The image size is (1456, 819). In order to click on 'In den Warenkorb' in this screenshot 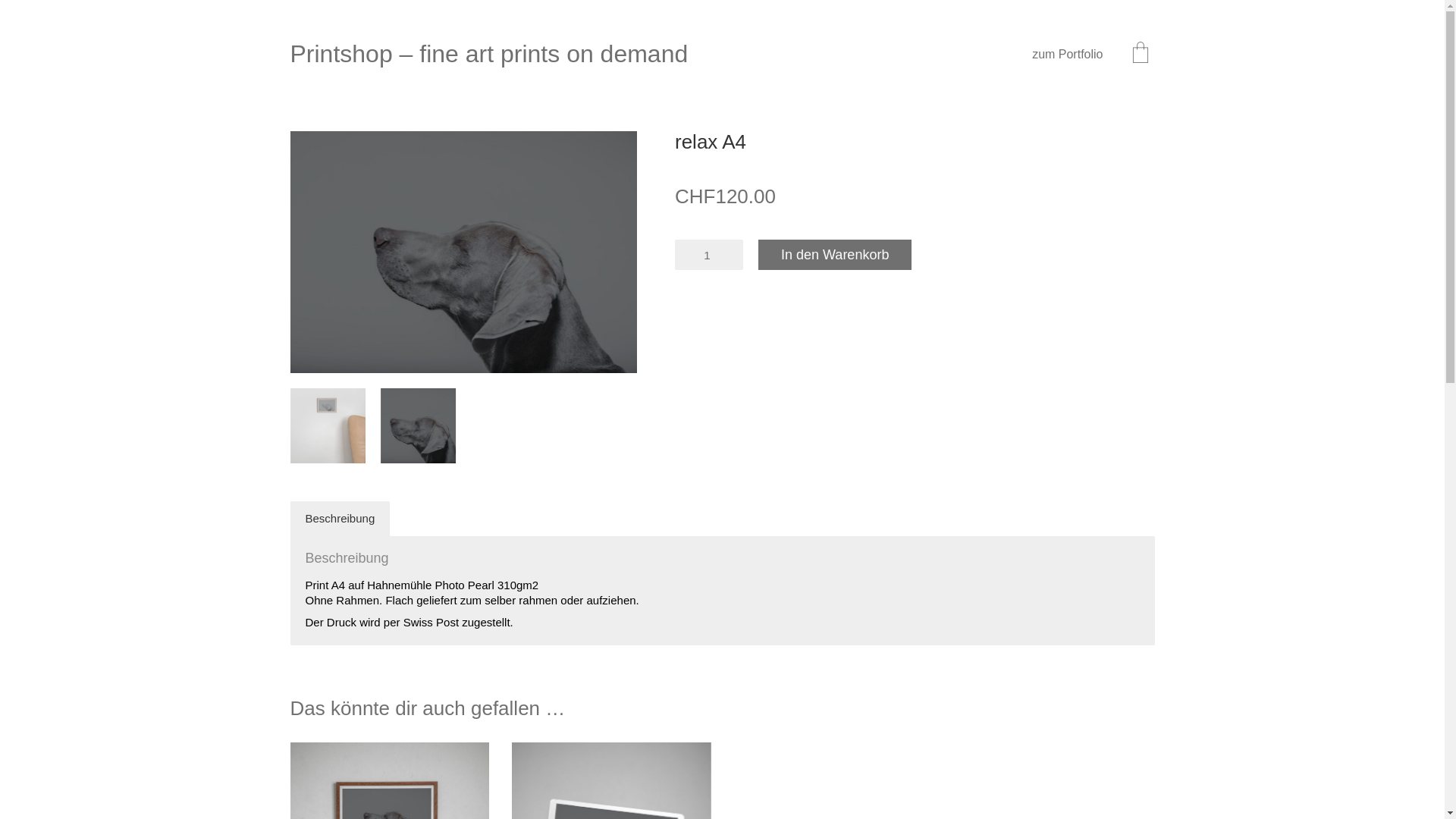, I will do `click(833, 253)`.